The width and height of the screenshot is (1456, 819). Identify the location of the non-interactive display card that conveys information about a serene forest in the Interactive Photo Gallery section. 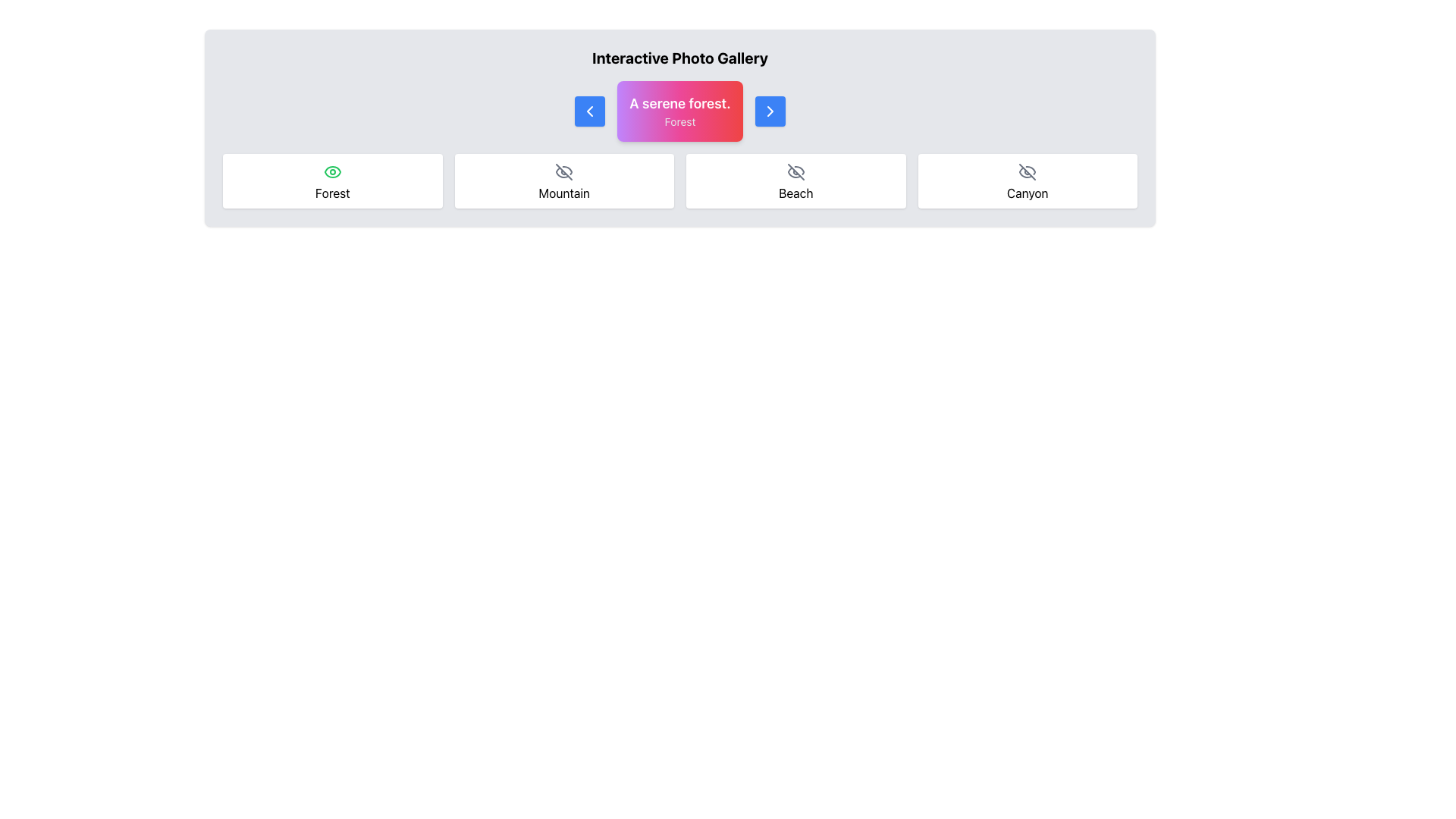
(679, 110).